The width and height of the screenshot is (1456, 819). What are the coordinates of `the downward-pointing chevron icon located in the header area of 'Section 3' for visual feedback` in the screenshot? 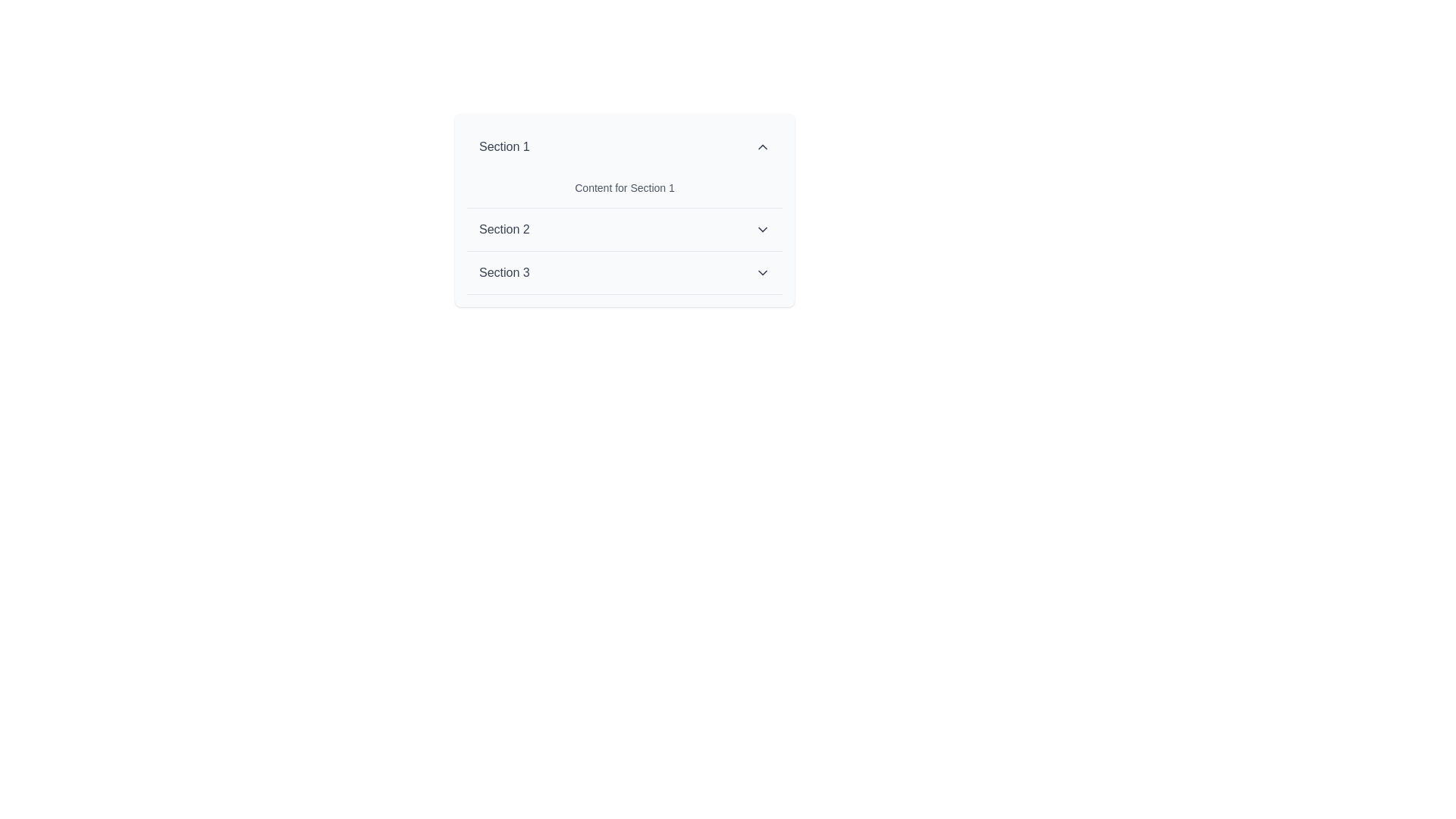 It's located at (763, 271).